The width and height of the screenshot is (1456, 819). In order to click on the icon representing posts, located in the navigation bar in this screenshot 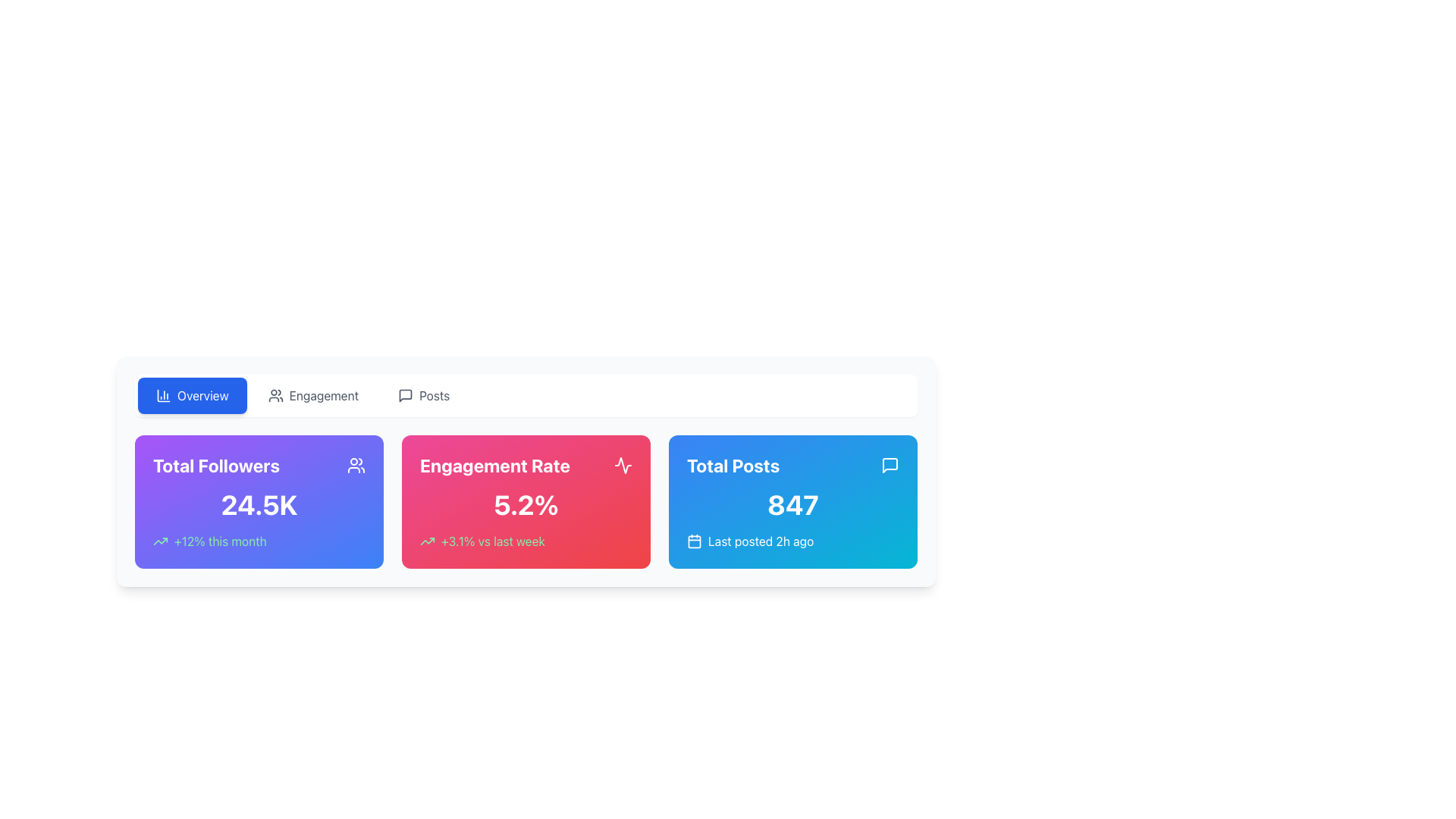, I will do `click(406, 394)`.